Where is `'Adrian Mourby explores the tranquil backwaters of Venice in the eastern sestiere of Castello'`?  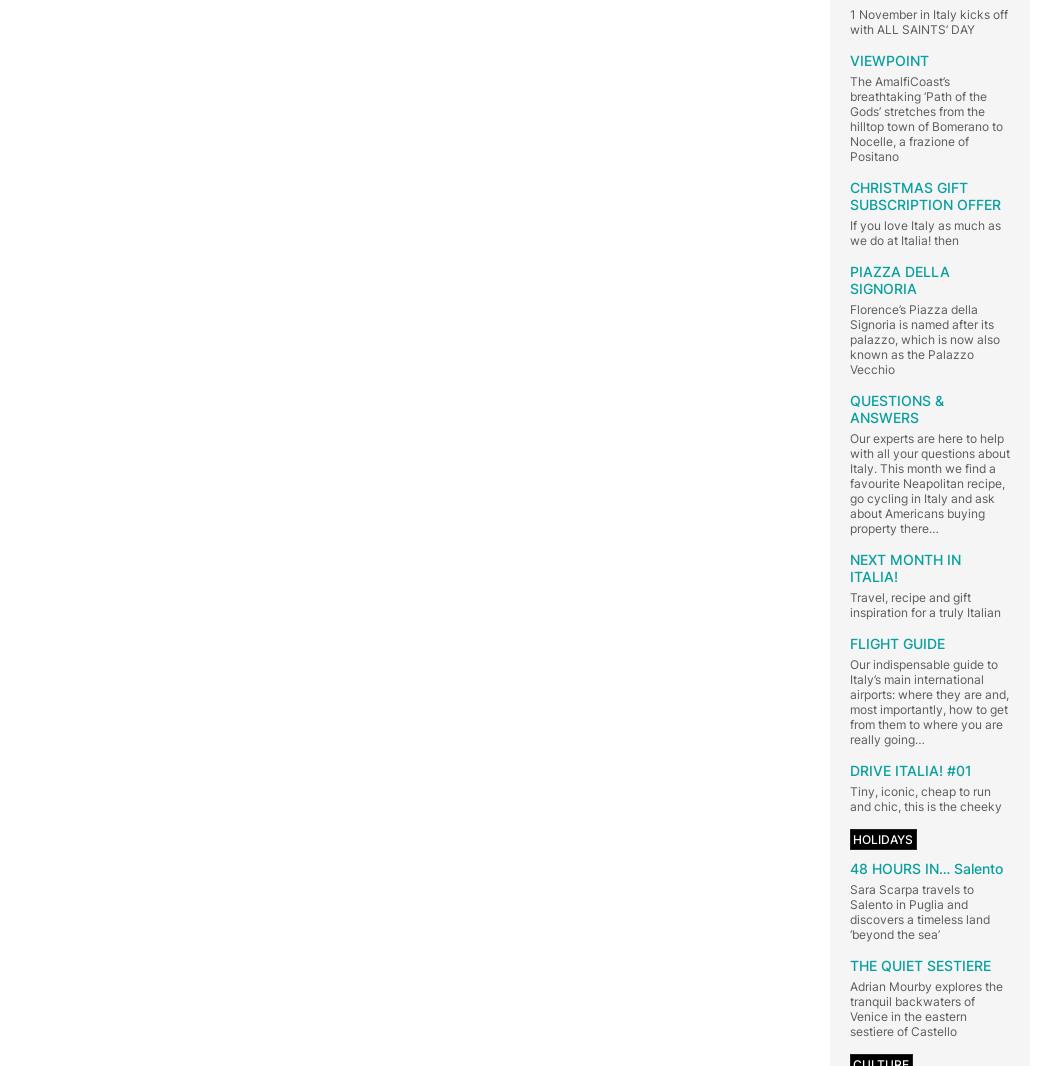 'Adrian Mourby explores the tranquil backwaters of Venice in the eastern sestiere of Castello' is located at coordinates (926, 1008).